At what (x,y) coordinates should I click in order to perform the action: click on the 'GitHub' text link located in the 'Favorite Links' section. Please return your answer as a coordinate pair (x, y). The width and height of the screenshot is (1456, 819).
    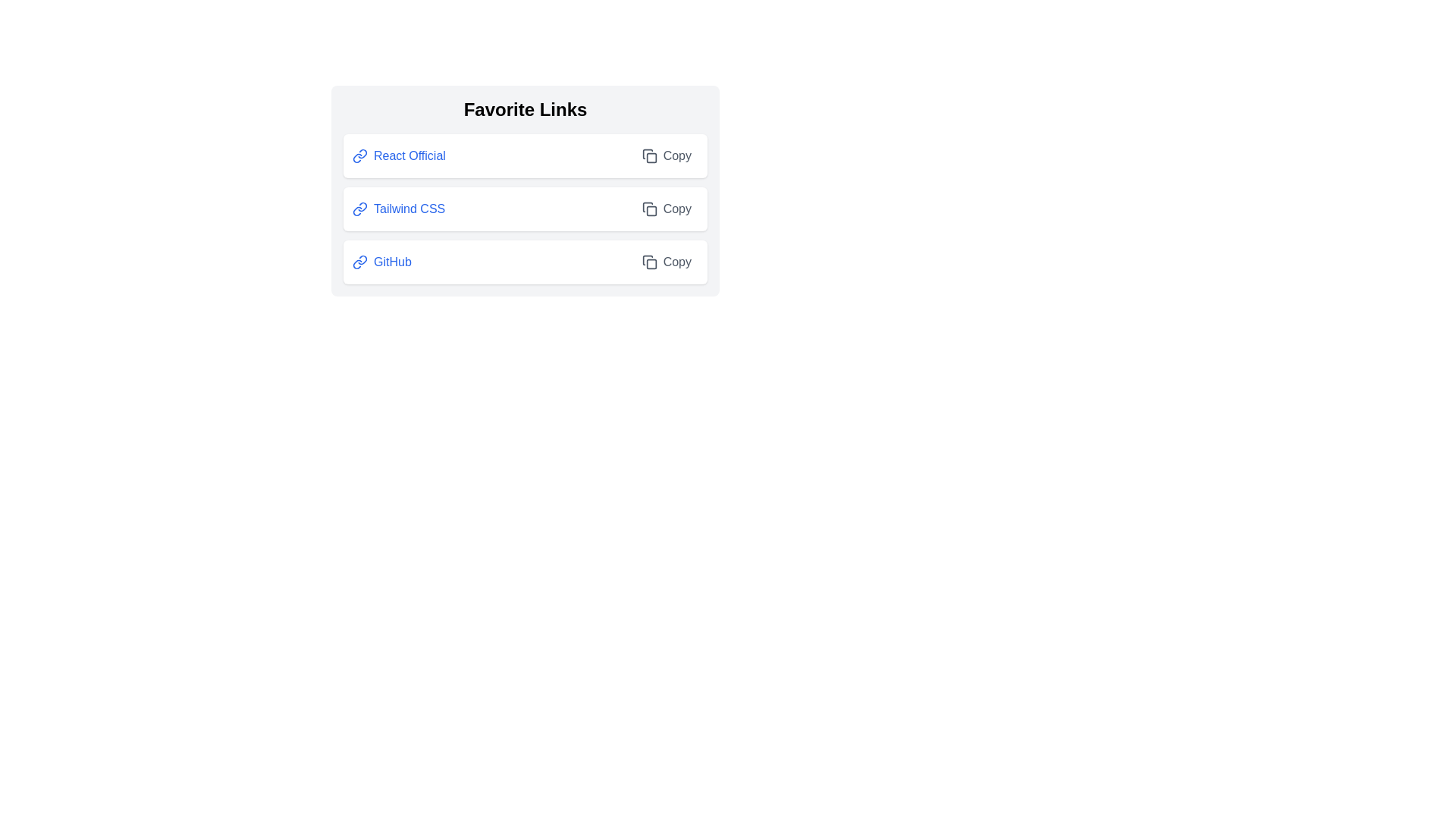
    Looking at the image, I should click on (392, 262).